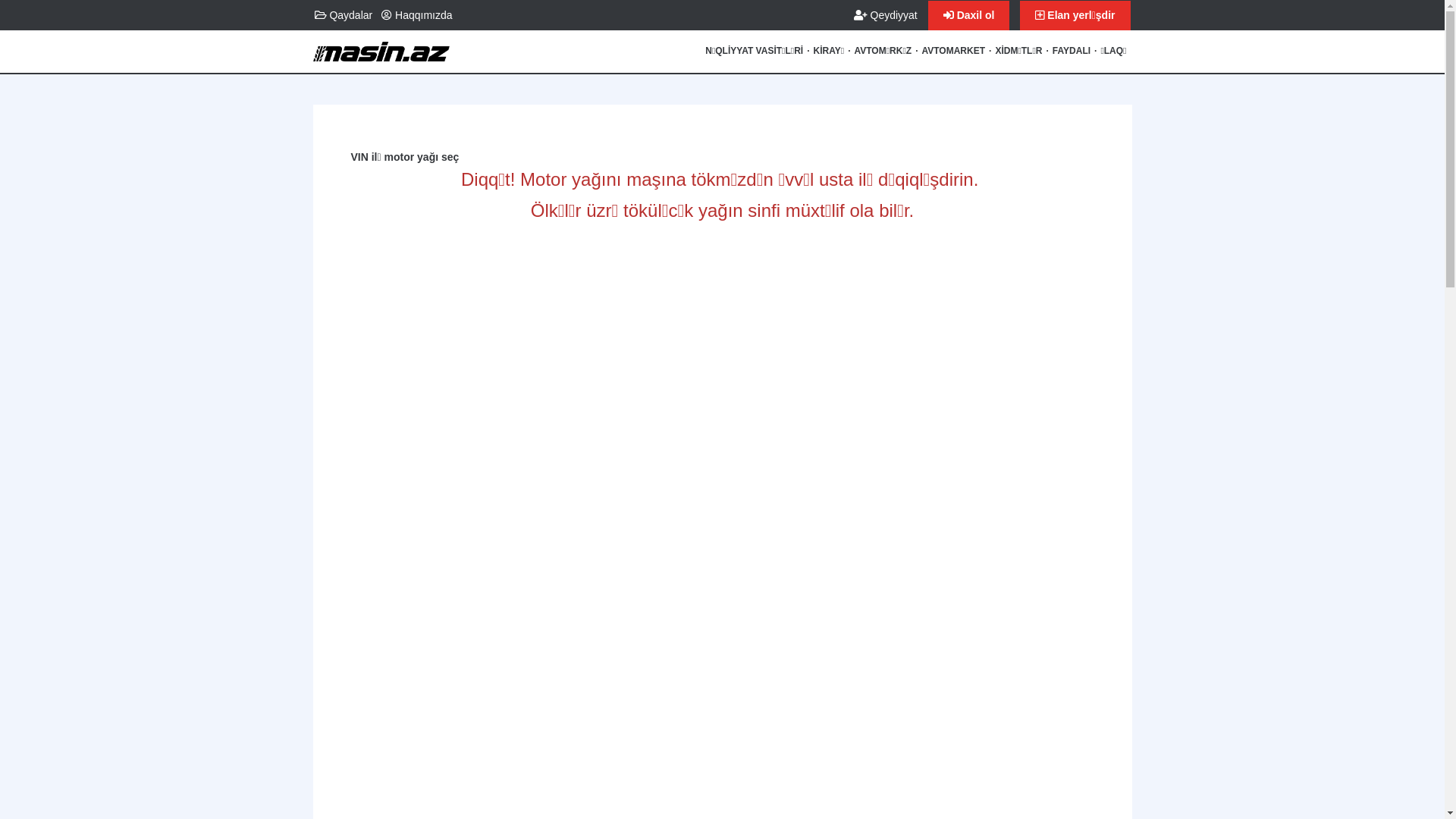  What do you see at coordinates (1070, 51) in the screenshot?
I see `'FAYDALI'` at bounding box center [1070, 51].